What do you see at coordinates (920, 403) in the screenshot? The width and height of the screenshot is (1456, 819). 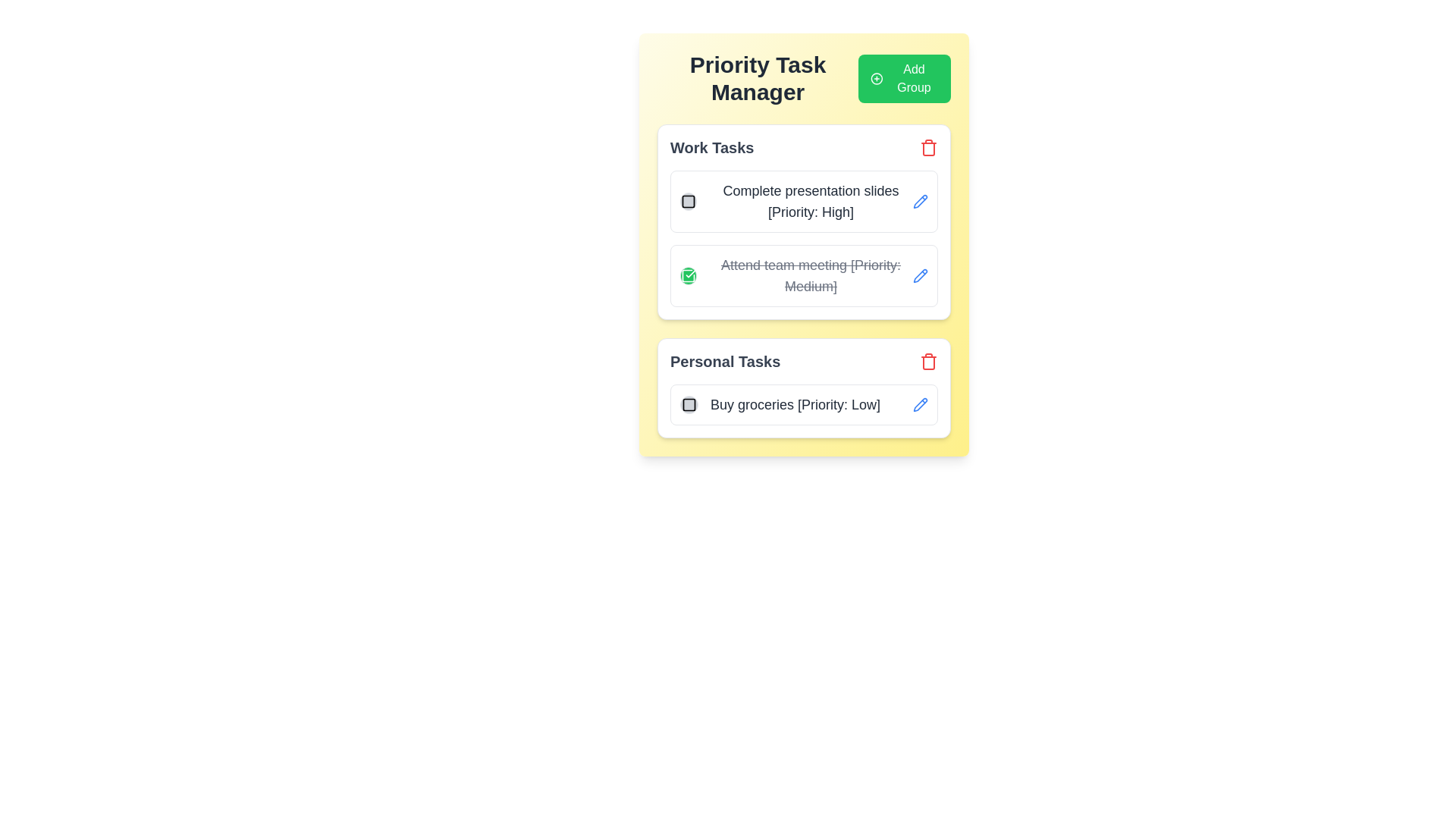 I see `the blue pencil icon located in the 'Personal Tasks' group next to the 'Buy groceries [Priority: Low]' entry to observe the color change to a darker blue` at bounding box center [920, 403].